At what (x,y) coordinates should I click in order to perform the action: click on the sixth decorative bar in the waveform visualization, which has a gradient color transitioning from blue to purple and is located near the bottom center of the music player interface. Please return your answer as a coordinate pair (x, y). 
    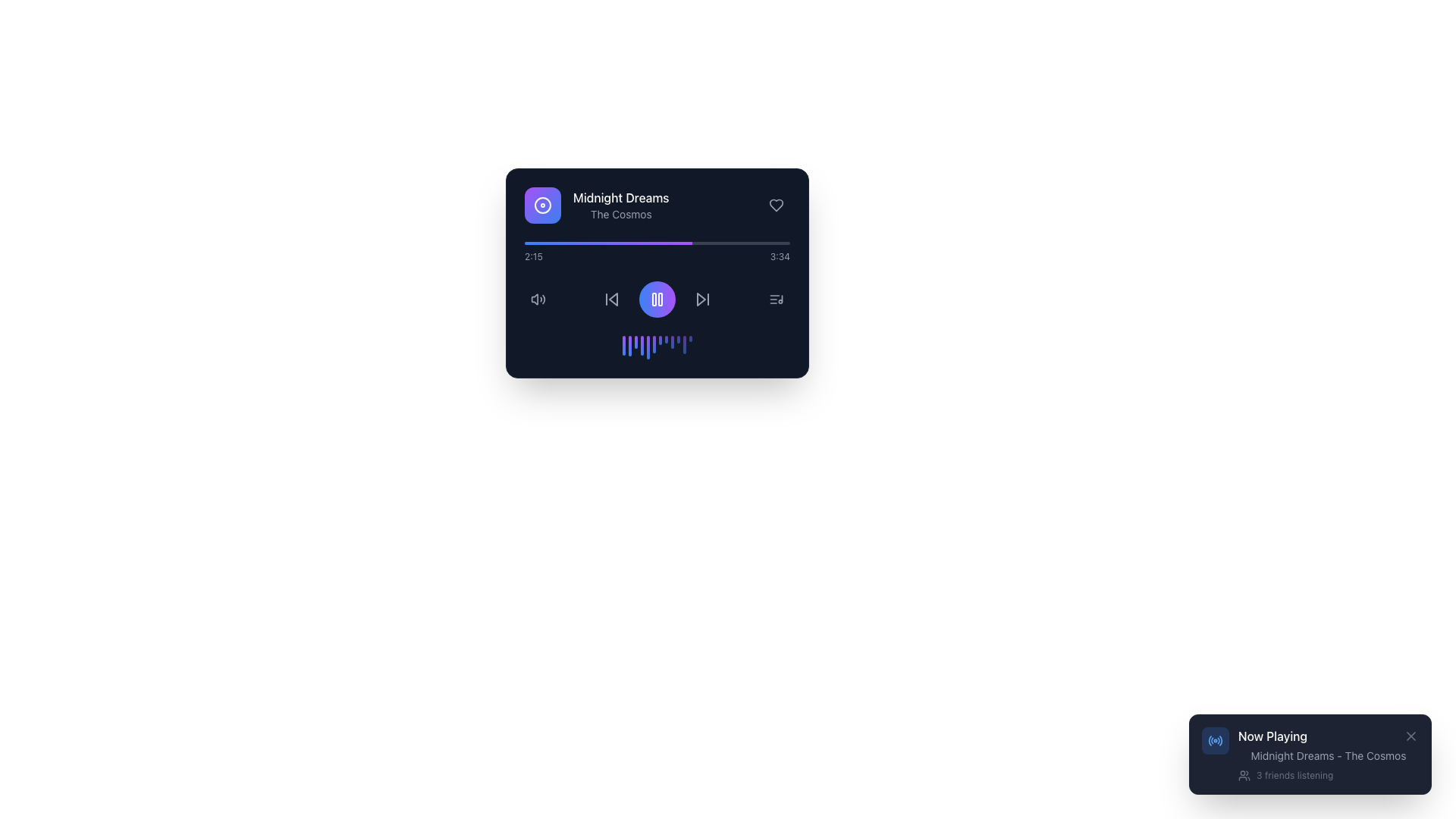
    Looking at the image, I should click on (654, 344).